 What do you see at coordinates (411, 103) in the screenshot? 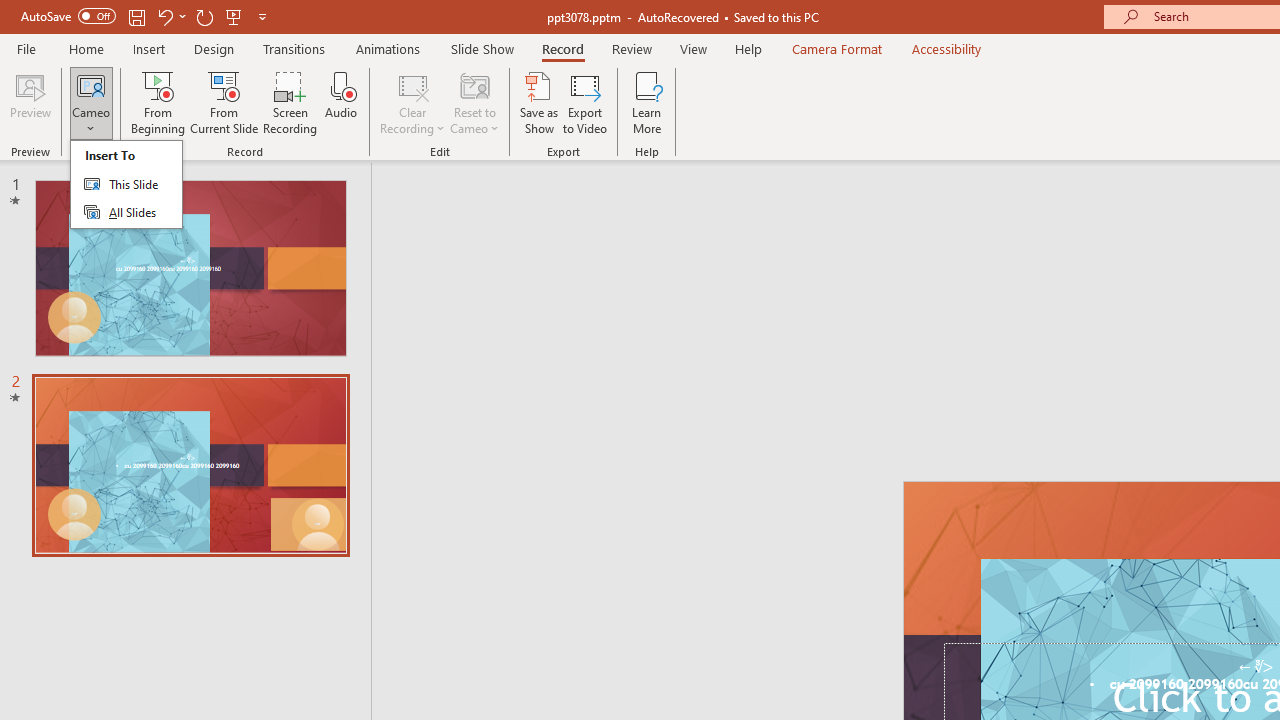
I see `'Clear Recording'` at bounding box center [411, 103].